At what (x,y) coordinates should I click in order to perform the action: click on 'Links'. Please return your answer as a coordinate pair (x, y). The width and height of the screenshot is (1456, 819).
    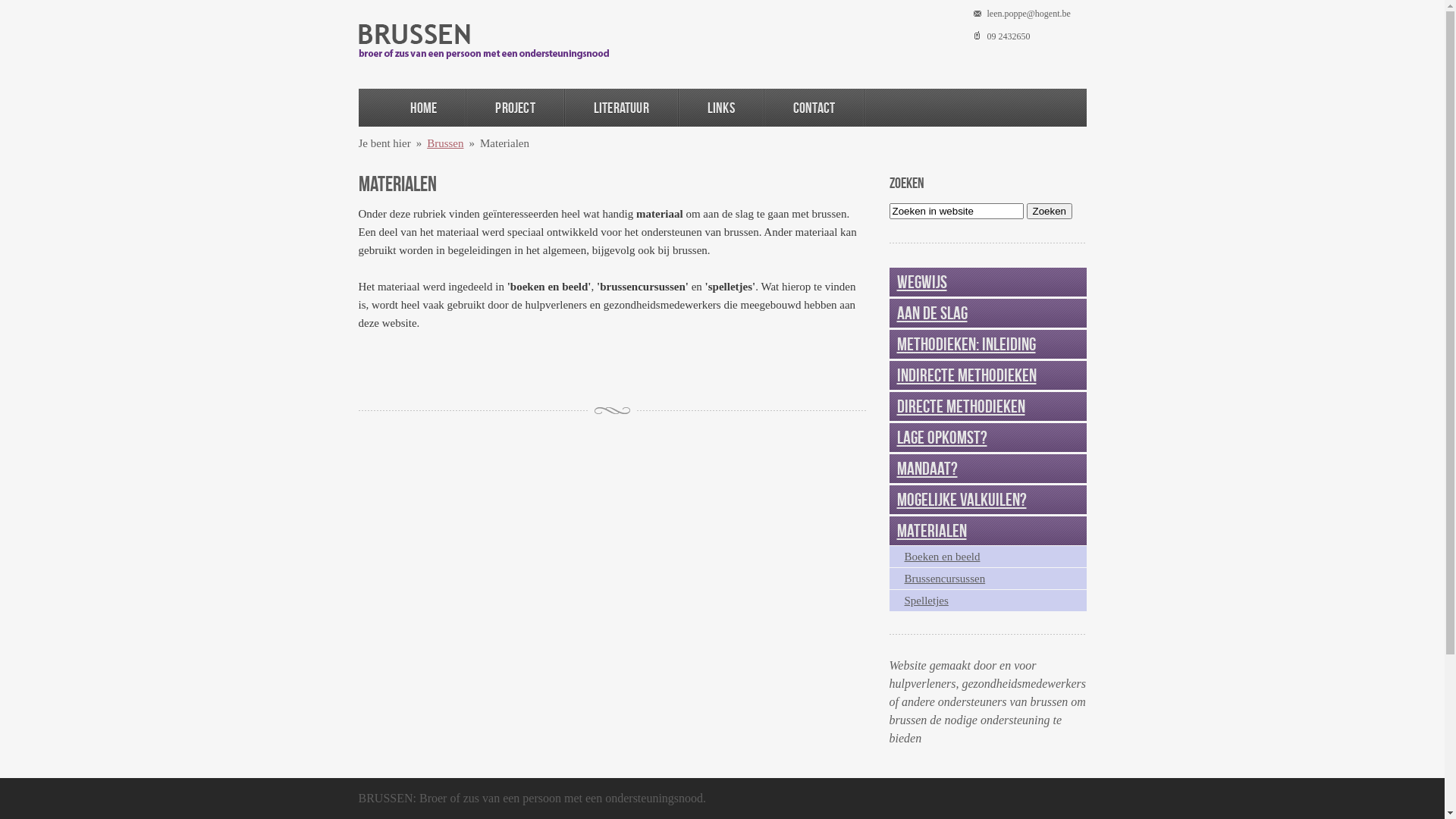
    Looking at the image, I should click on (720, 107).